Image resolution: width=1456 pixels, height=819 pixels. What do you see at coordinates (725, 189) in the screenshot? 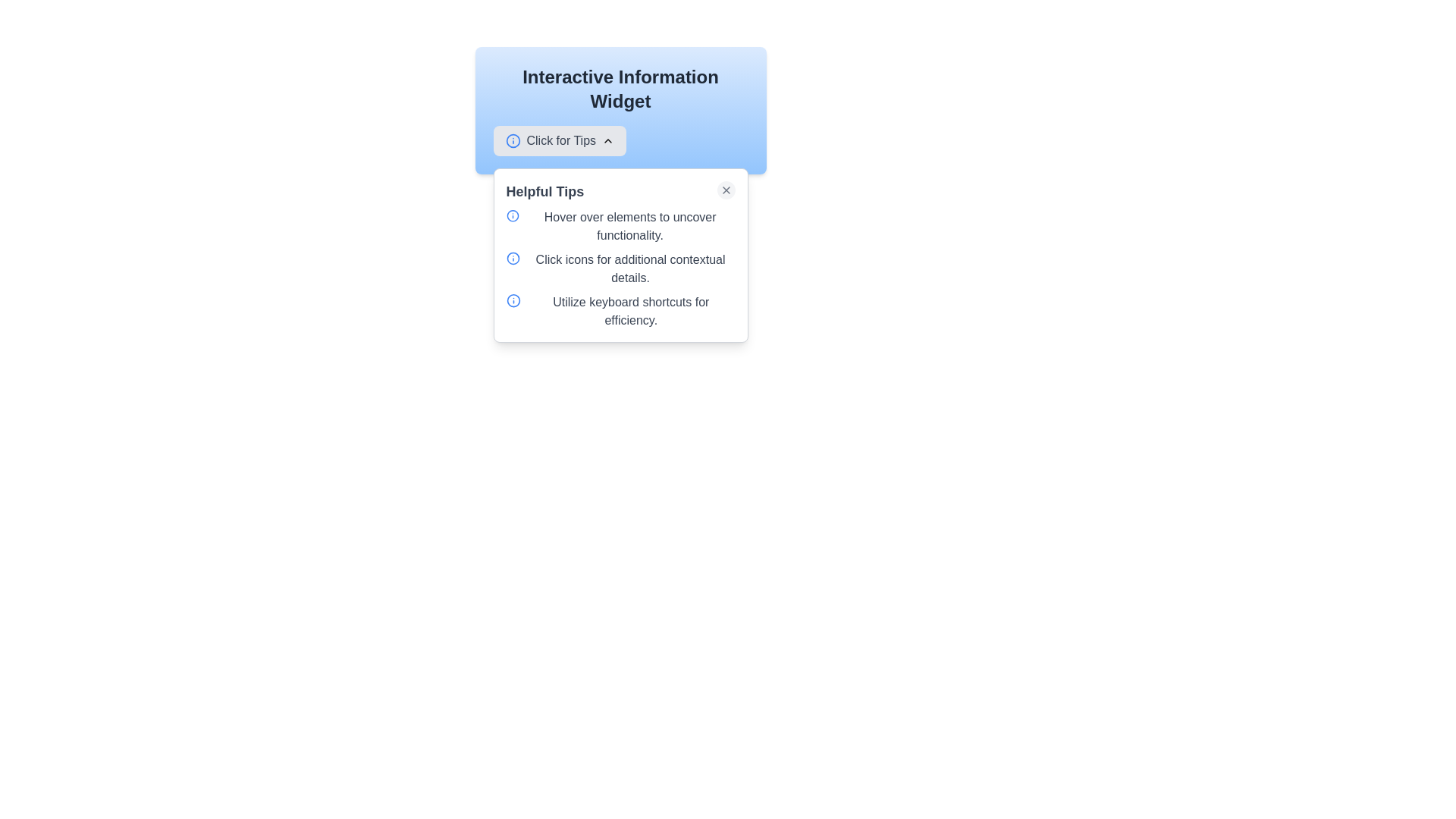
I see `the close icon with a gray 'X' located at the top-right corner of the 'Helpful Tips' panel to activate its hover effect` at bounding box center [725, 189].